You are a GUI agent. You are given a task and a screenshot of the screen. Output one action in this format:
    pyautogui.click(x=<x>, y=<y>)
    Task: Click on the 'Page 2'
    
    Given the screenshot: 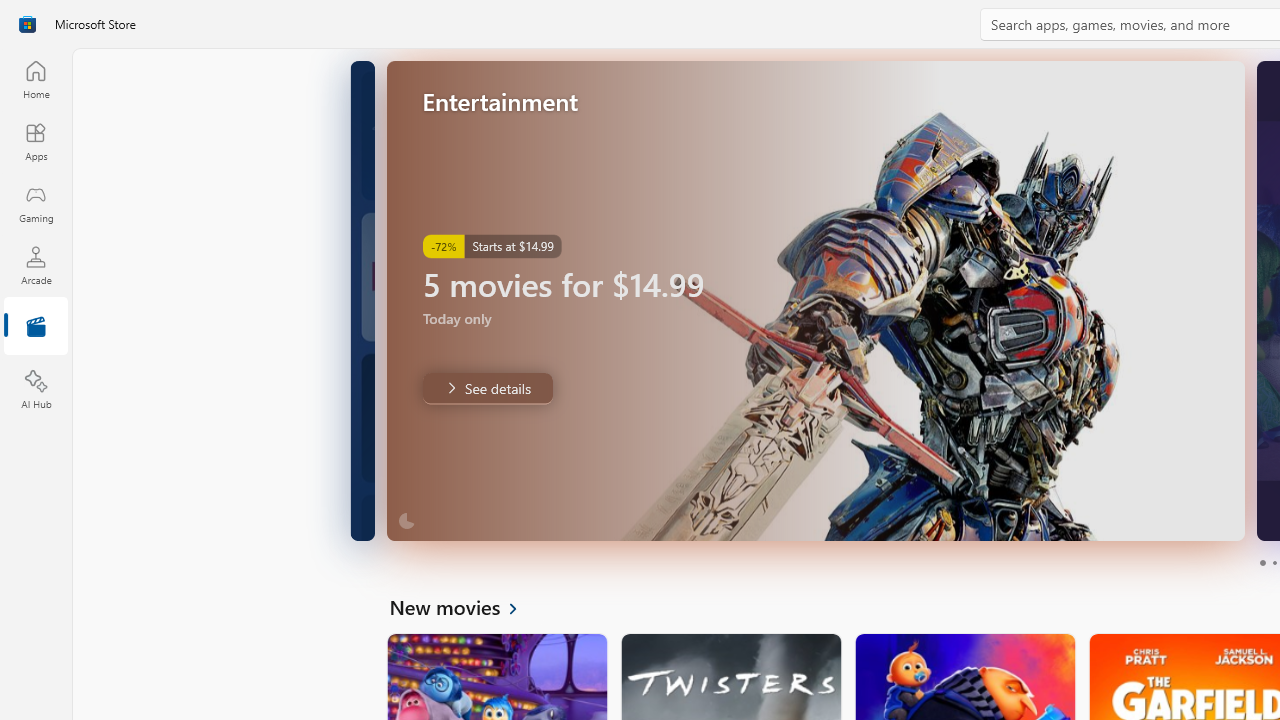 What is the action you would take?
    pyautogui.click(x=1273, y=563)
    